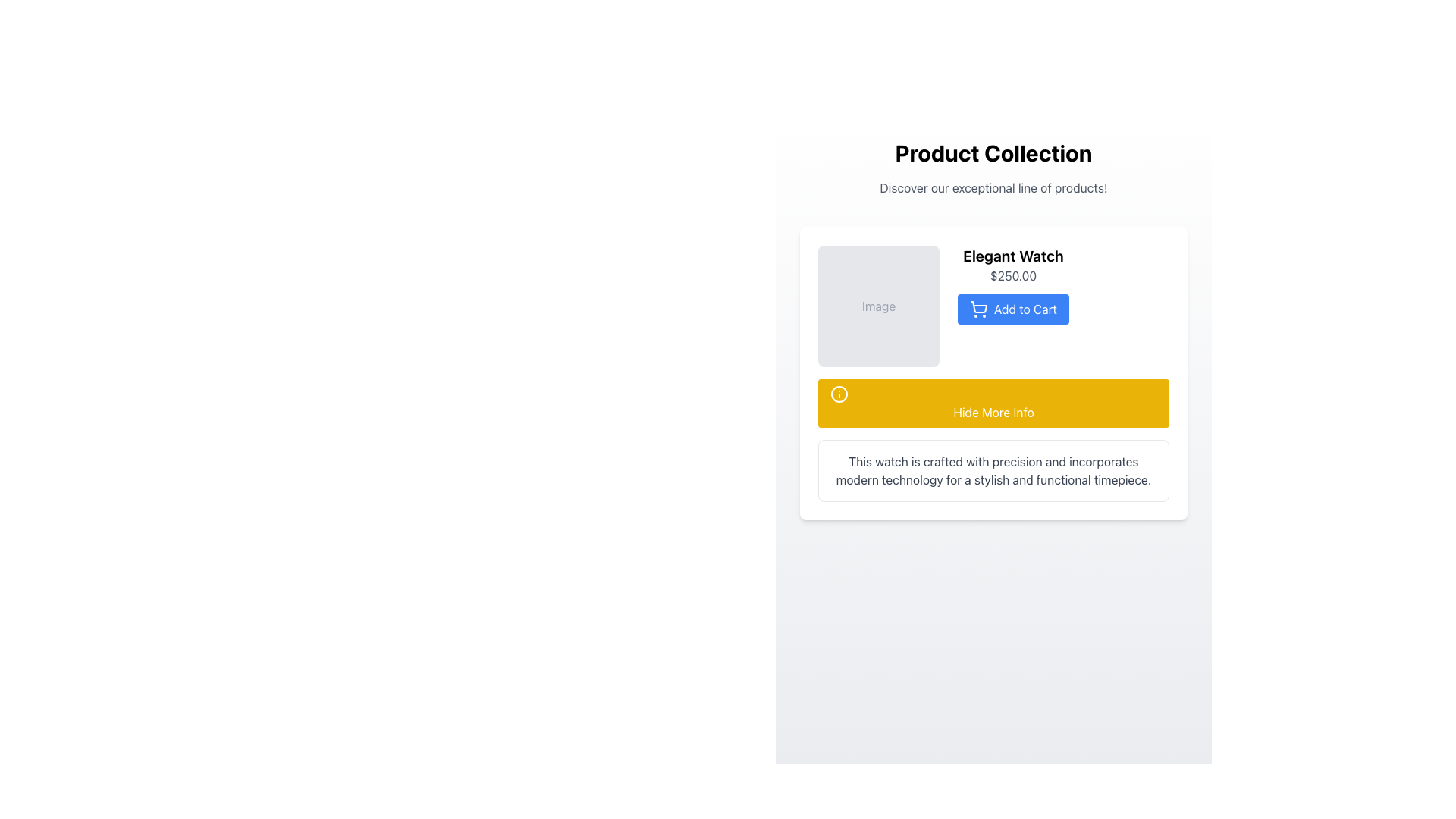 This screenshot has height=819, width=1456. What do you see at coordinates (993, 187) in the screenshot?
I see `the text element reading 'Discover our exceptional line of products!' which is centrally aligned below the heading 'Product Collection'` at bounding box center [993, 187].